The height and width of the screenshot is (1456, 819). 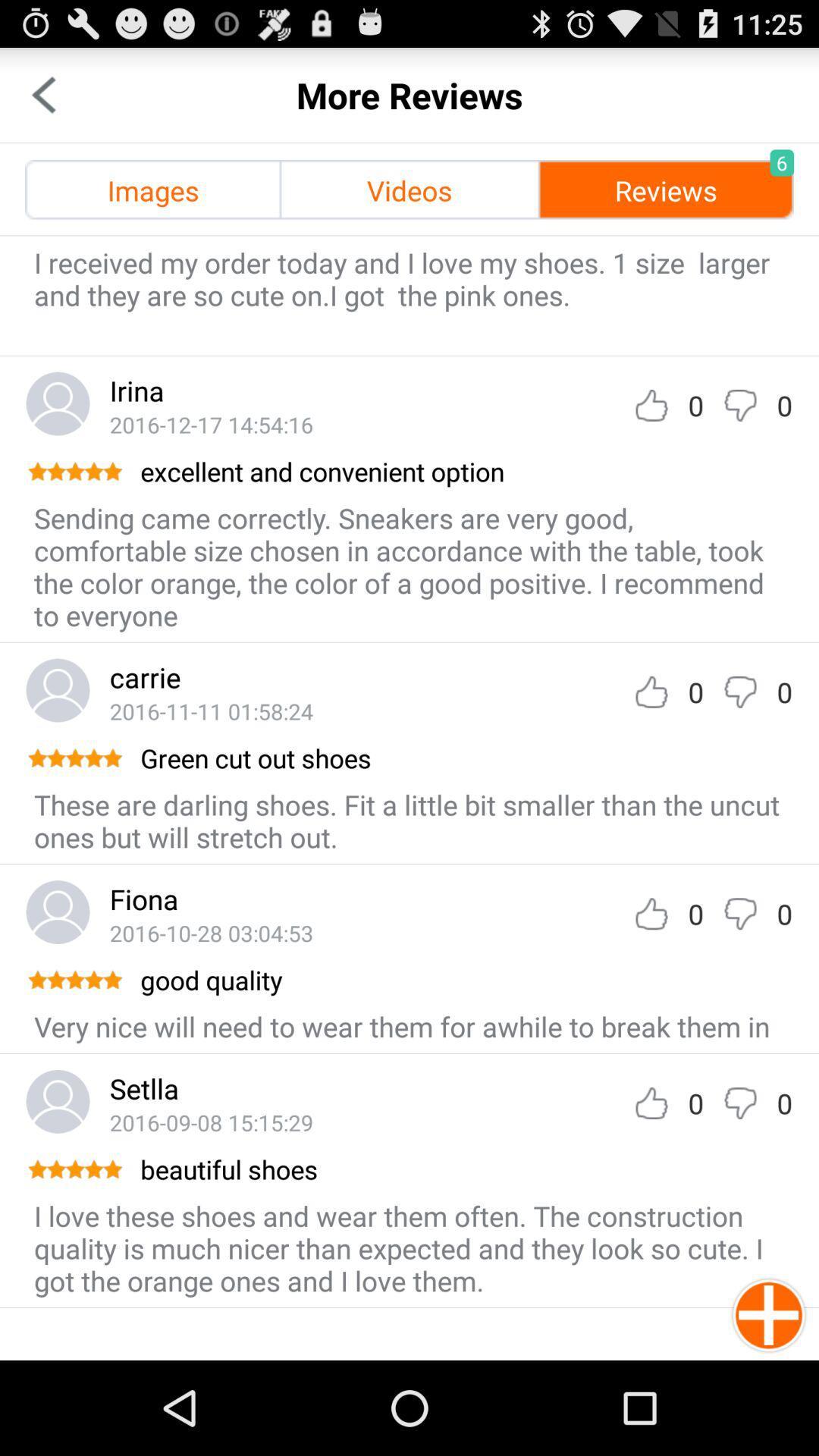 What do you see at coordinates (153, 189) in the screenshot?
I see `images icon` at bounding box center [153, 189].